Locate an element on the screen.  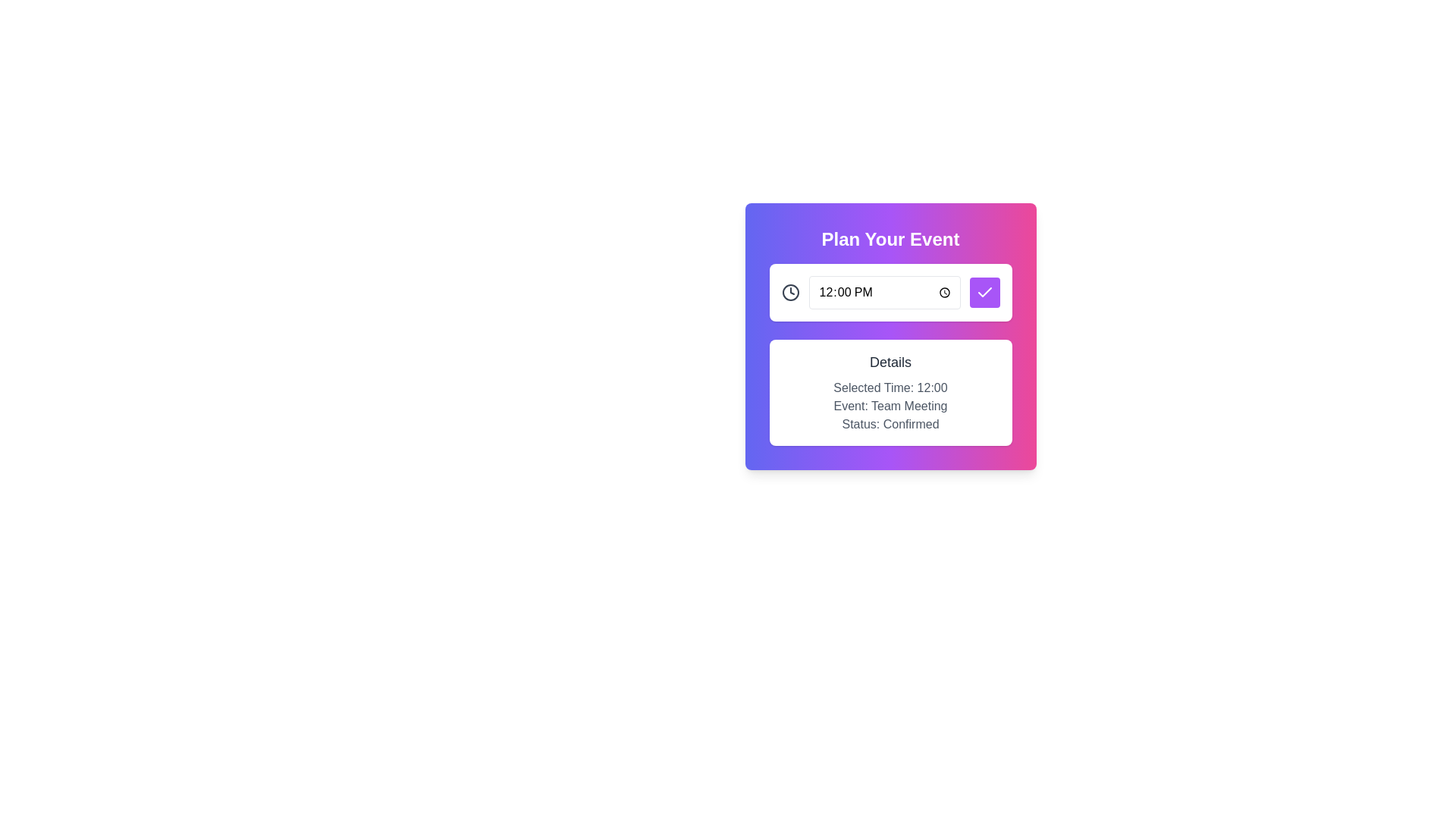
the visual indication of the checkmark icon, which is part of a button located to the right of the time input area in a scheduling widget is located at coordinates (984, 292).